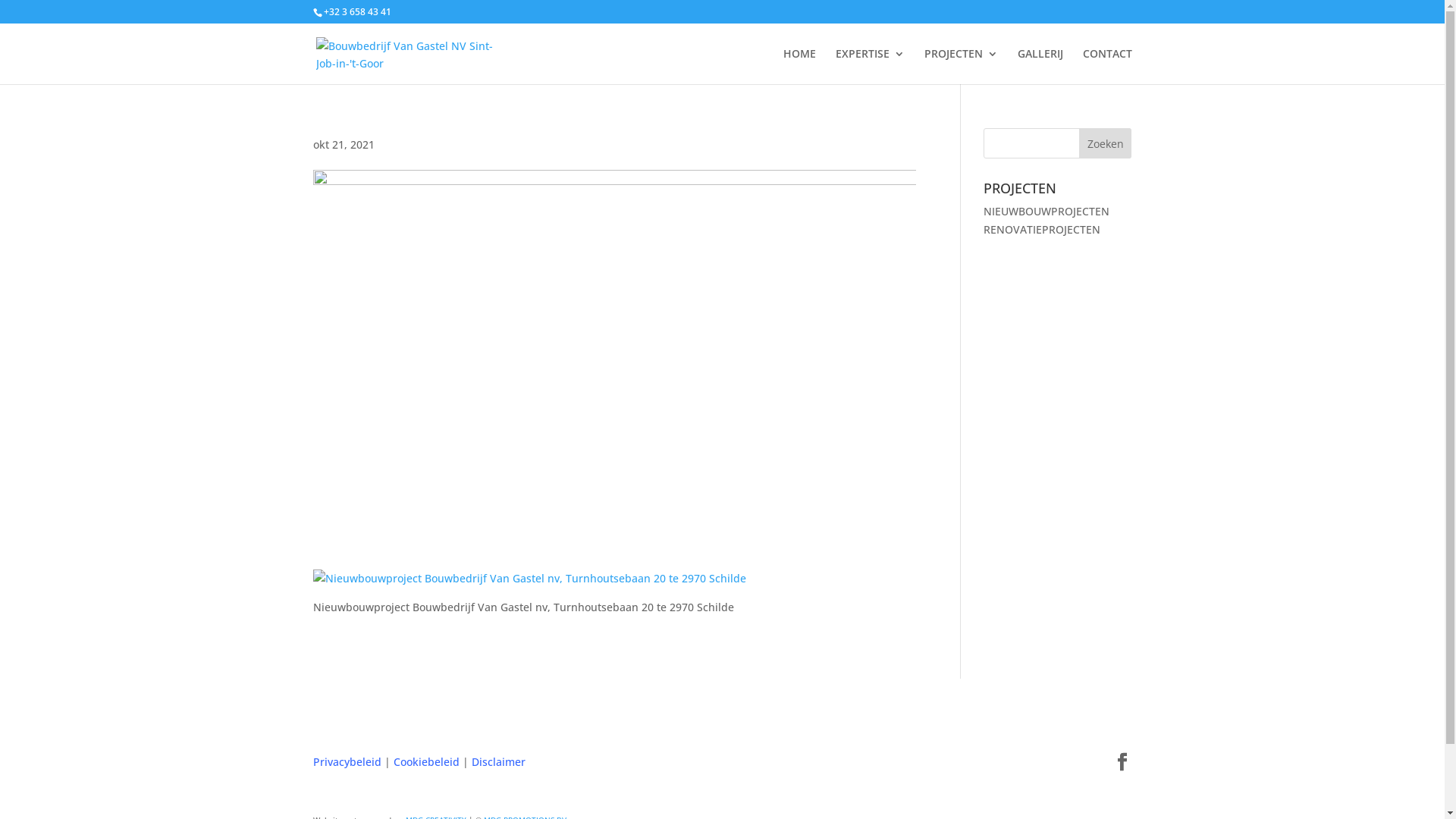 This screenshot has height=819, width=1456. Describe the element at coordinates (1040, 65) in the screenshot. I see `'GALLERIJ'` at that location.